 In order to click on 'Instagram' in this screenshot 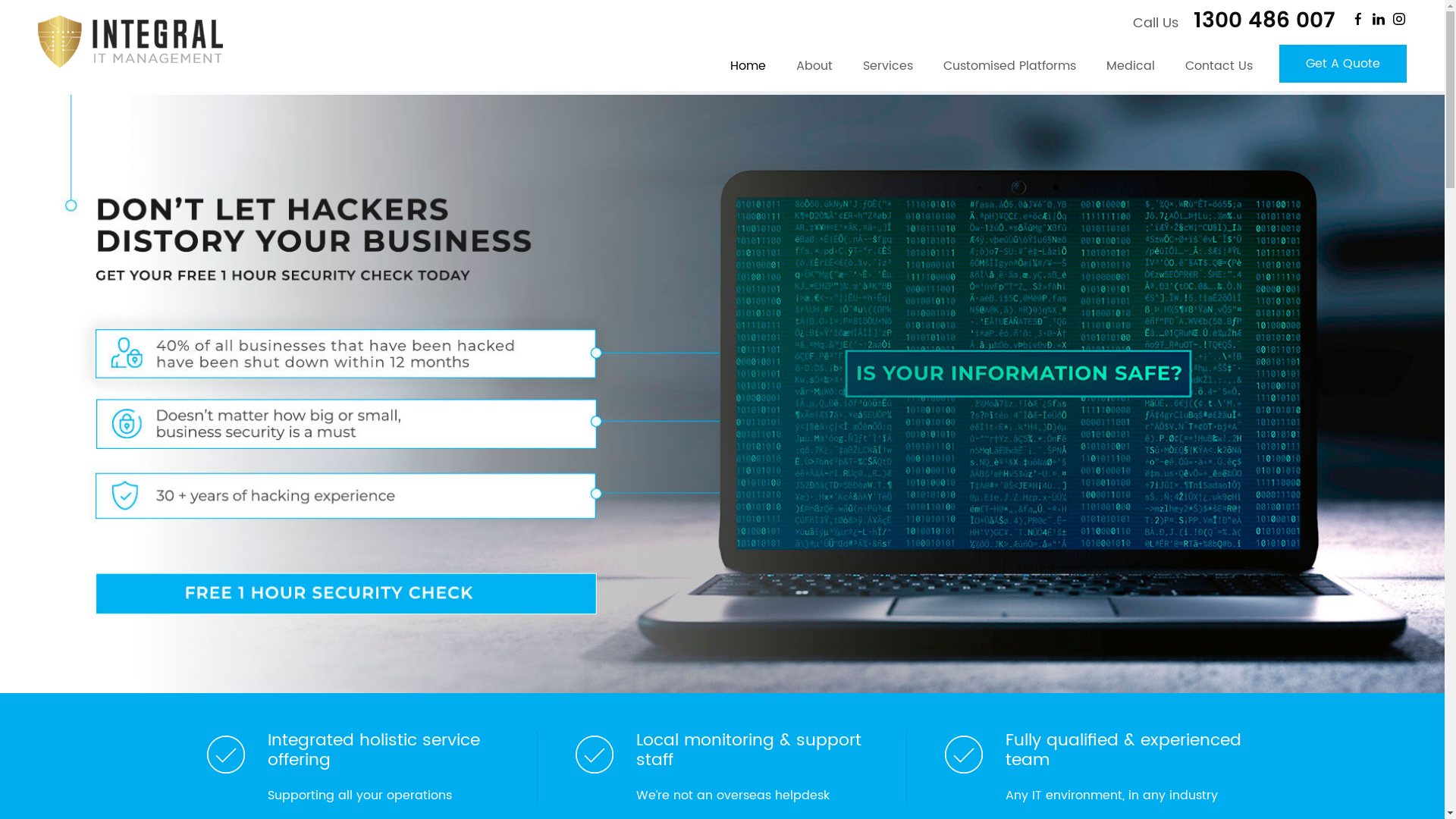, I will do `click(1398, 18)`.